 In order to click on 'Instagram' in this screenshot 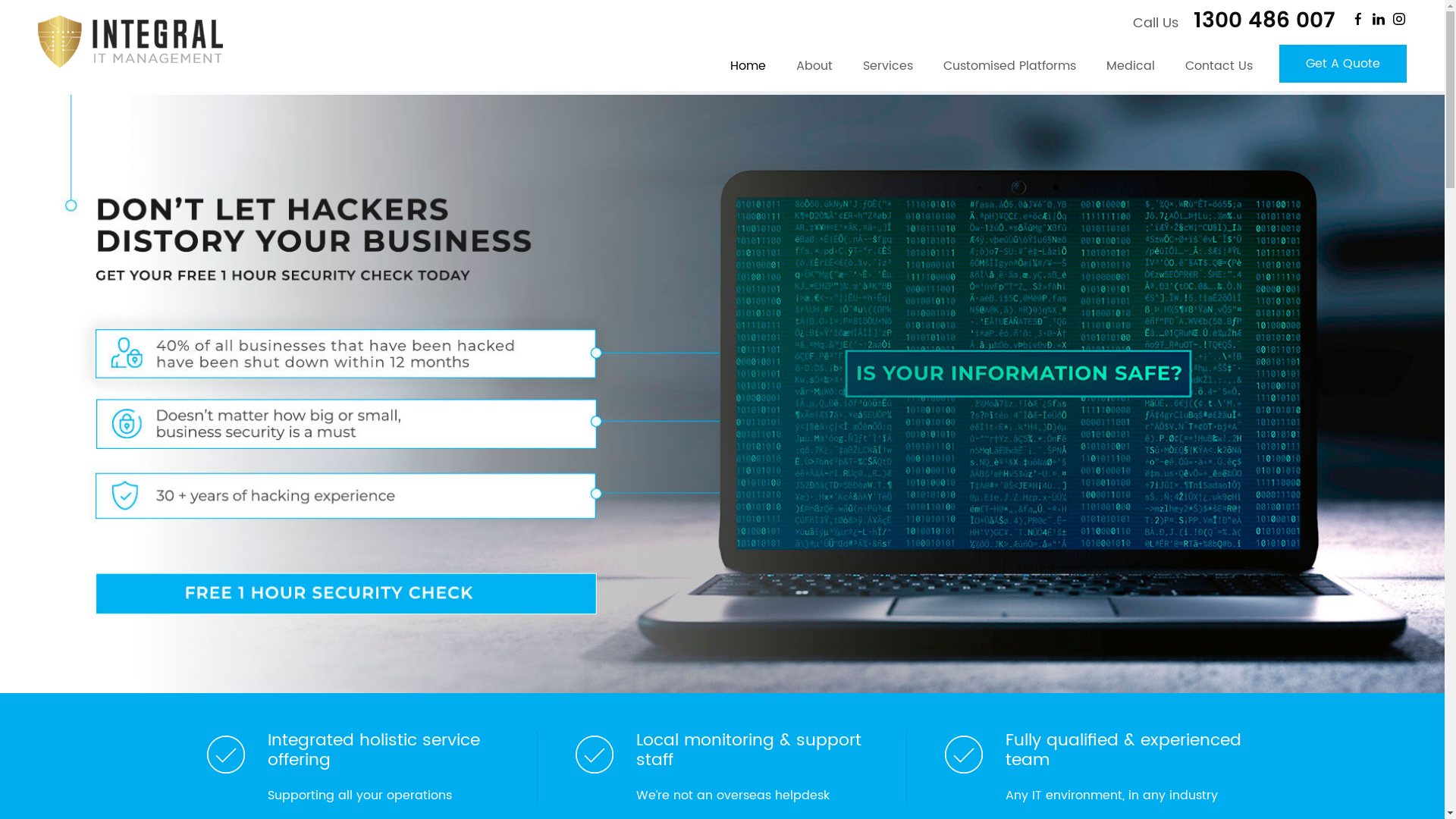, I will do `click(1398, 18)`.